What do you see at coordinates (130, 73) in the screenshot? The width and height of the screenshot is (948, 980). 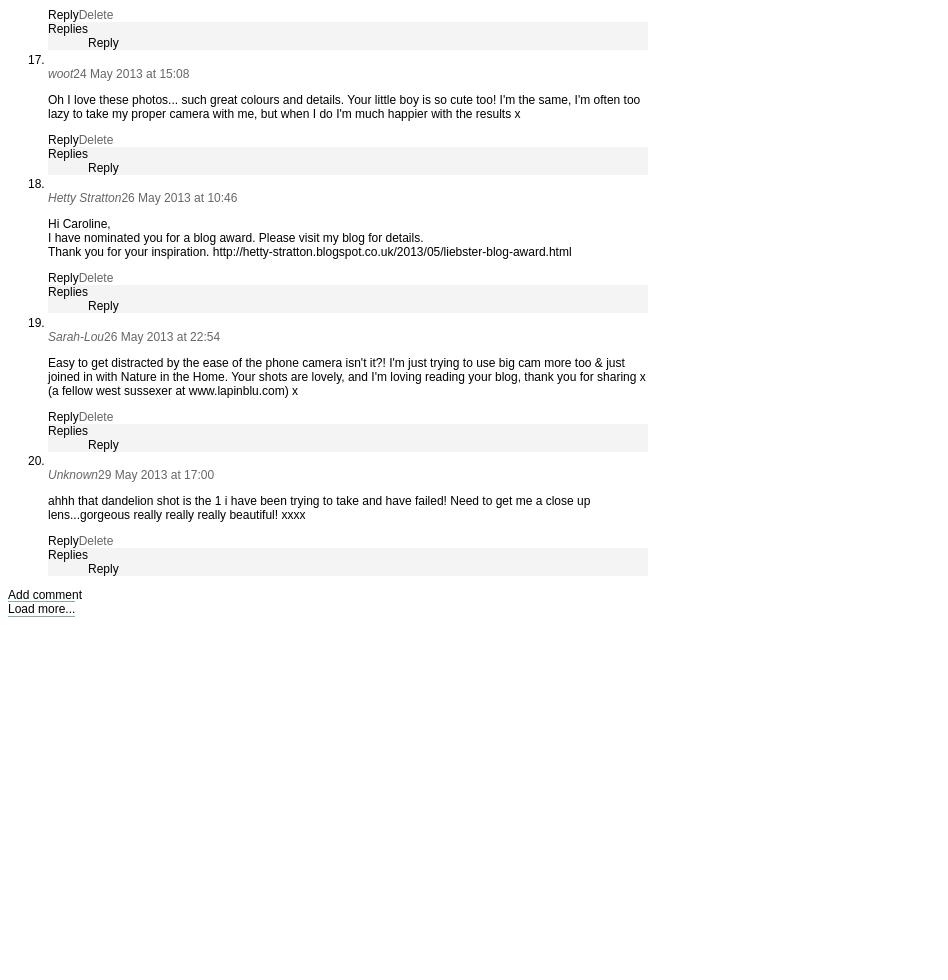 I see `'24 May 2013 at 15:08'` at bounding box center [130, 73].